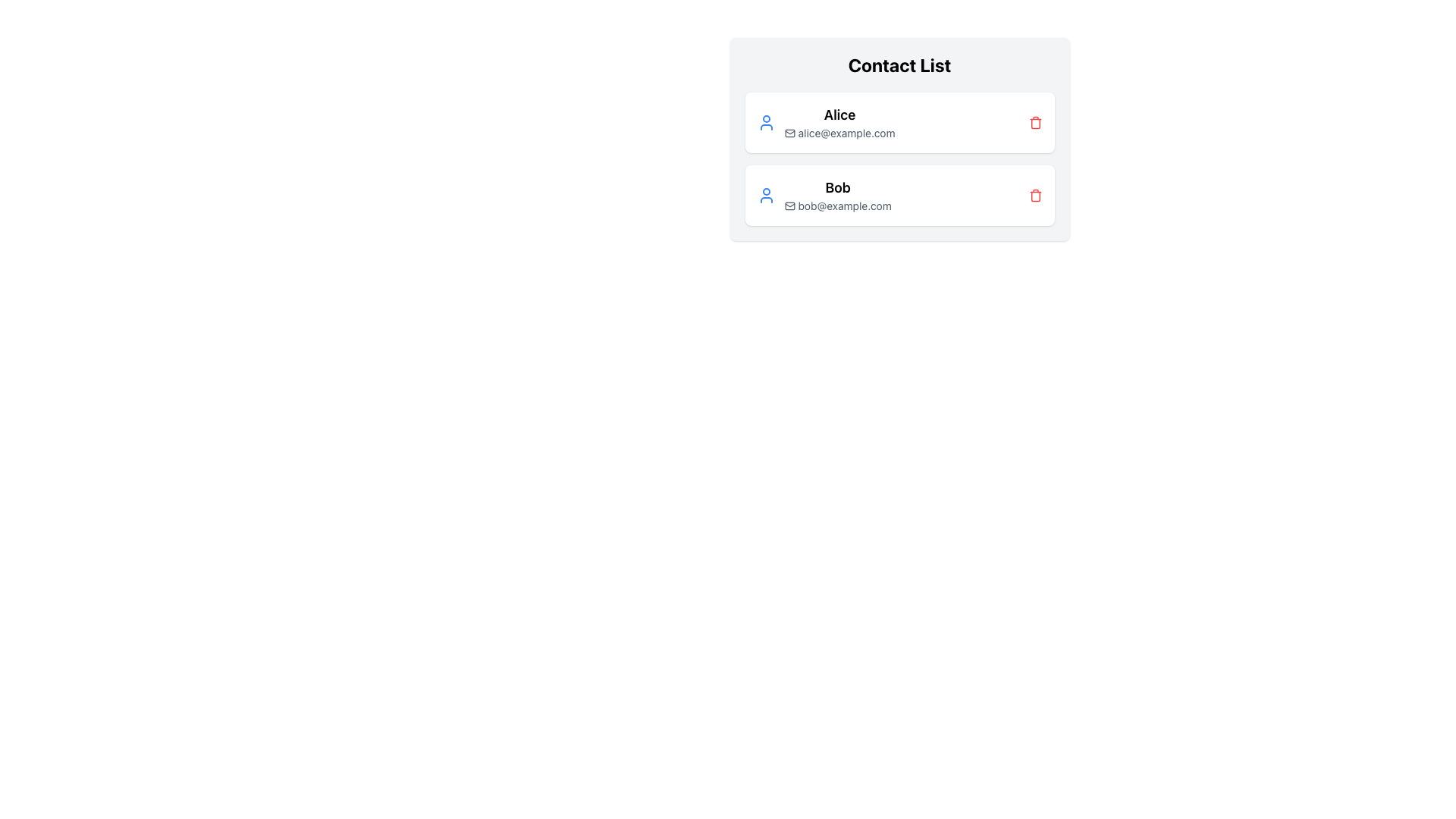  Describe the element at coordinates (823, 195) in the screenshot. I see `the second contact information card entry for 'Bob', which features a blue user icon and displays the name 'Bob' in bold along with the email 'bob@example.com'` at that location.